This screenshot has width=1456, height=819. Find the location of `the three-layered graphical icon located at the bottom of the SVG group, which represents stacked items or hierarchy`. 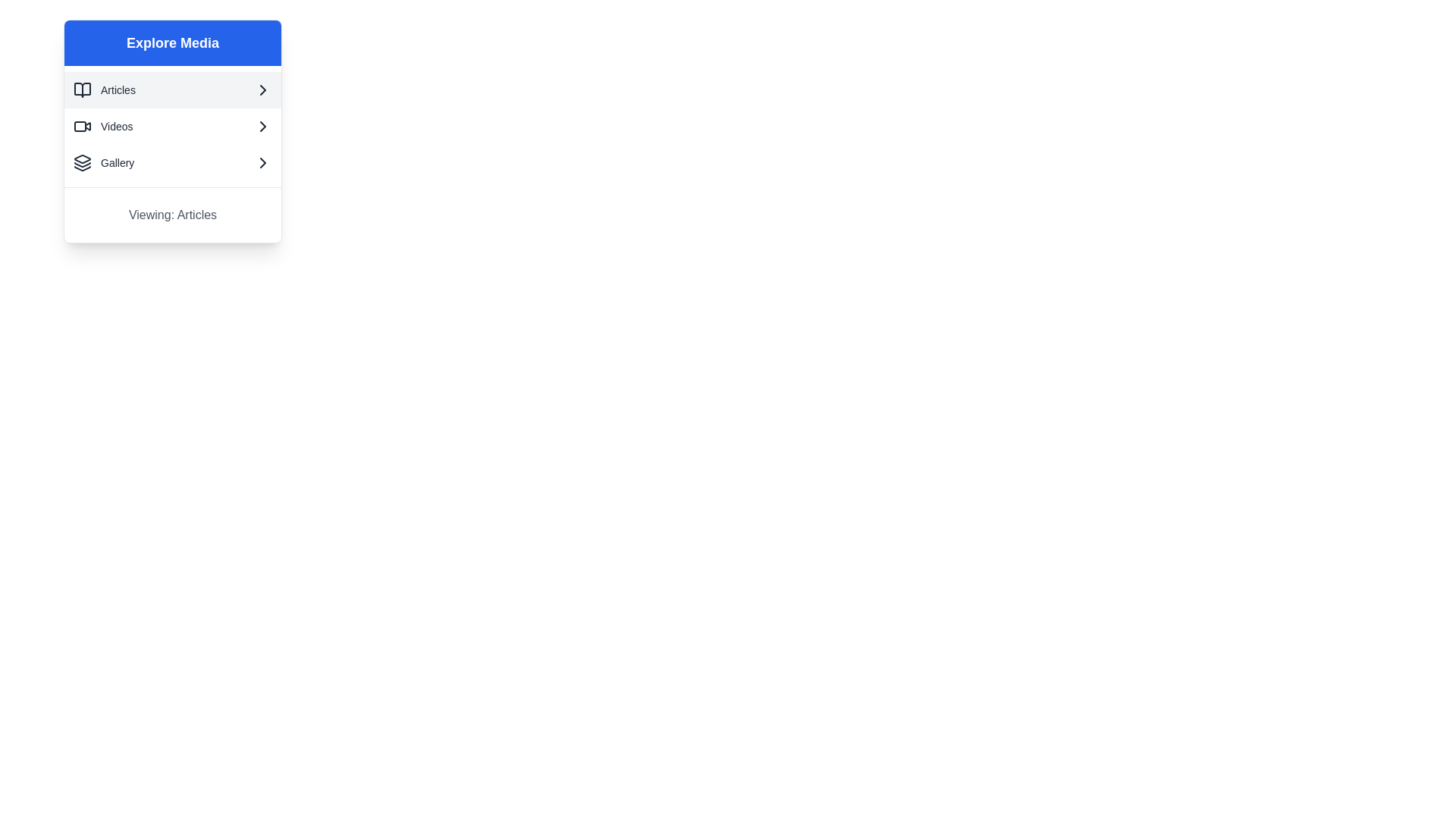

the three-layered graphical icon located at the bottom of the SVG group, which represents stacked items or hierarchy is located at coordinates (82, 168).